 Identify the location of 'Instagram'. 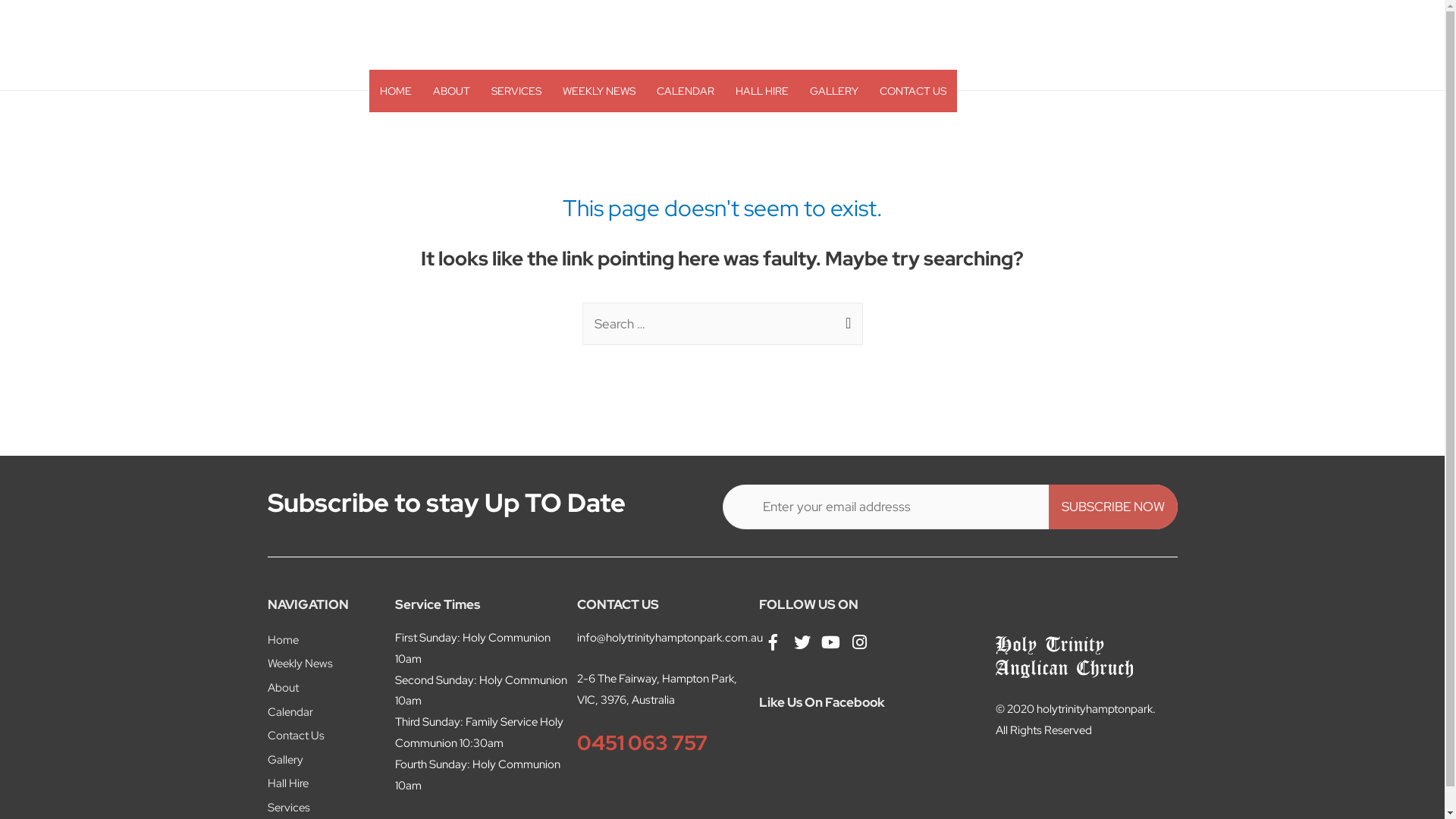
(859, 642).